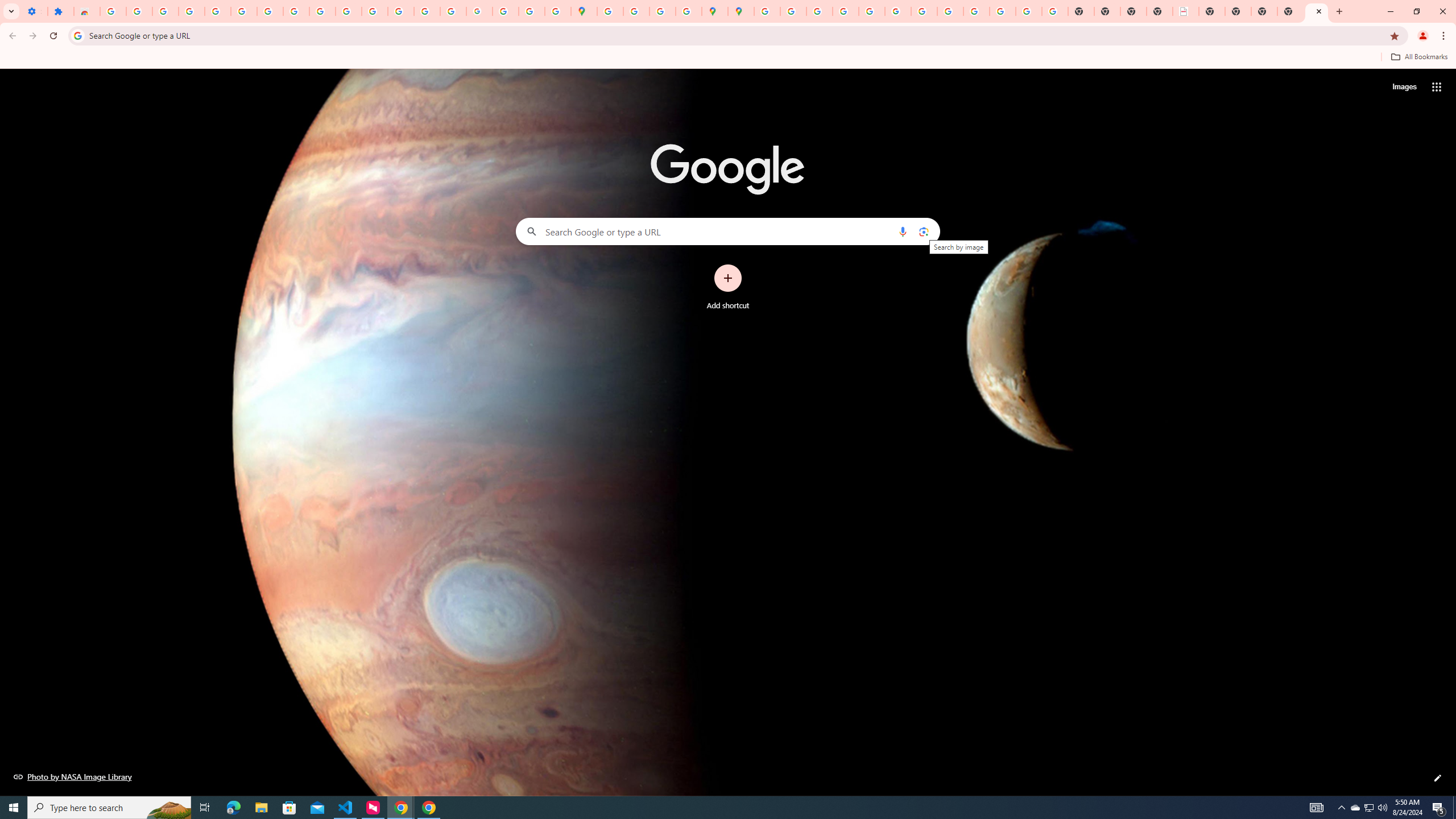  What do you see at coordinates (584, 11) in the screenshot?
I see `'Google Maps'` at bounding box center [584, 11].